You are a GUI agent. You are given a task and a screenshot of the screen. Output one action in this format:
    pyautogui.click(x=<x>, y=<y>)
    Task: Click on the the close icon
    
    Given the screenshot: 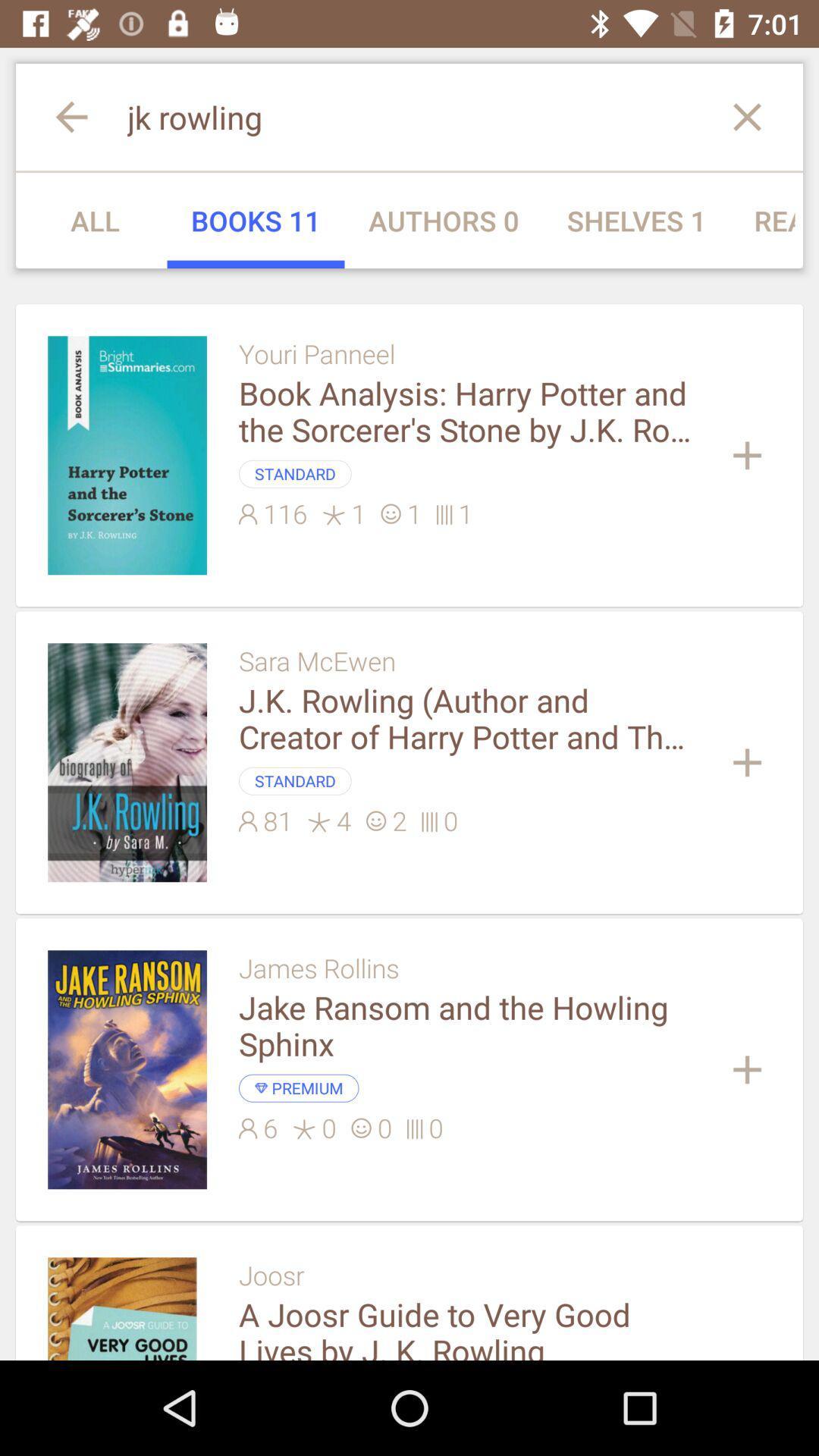 What is the action you would take?
    pyautogui.click(x=763, y=116)
    